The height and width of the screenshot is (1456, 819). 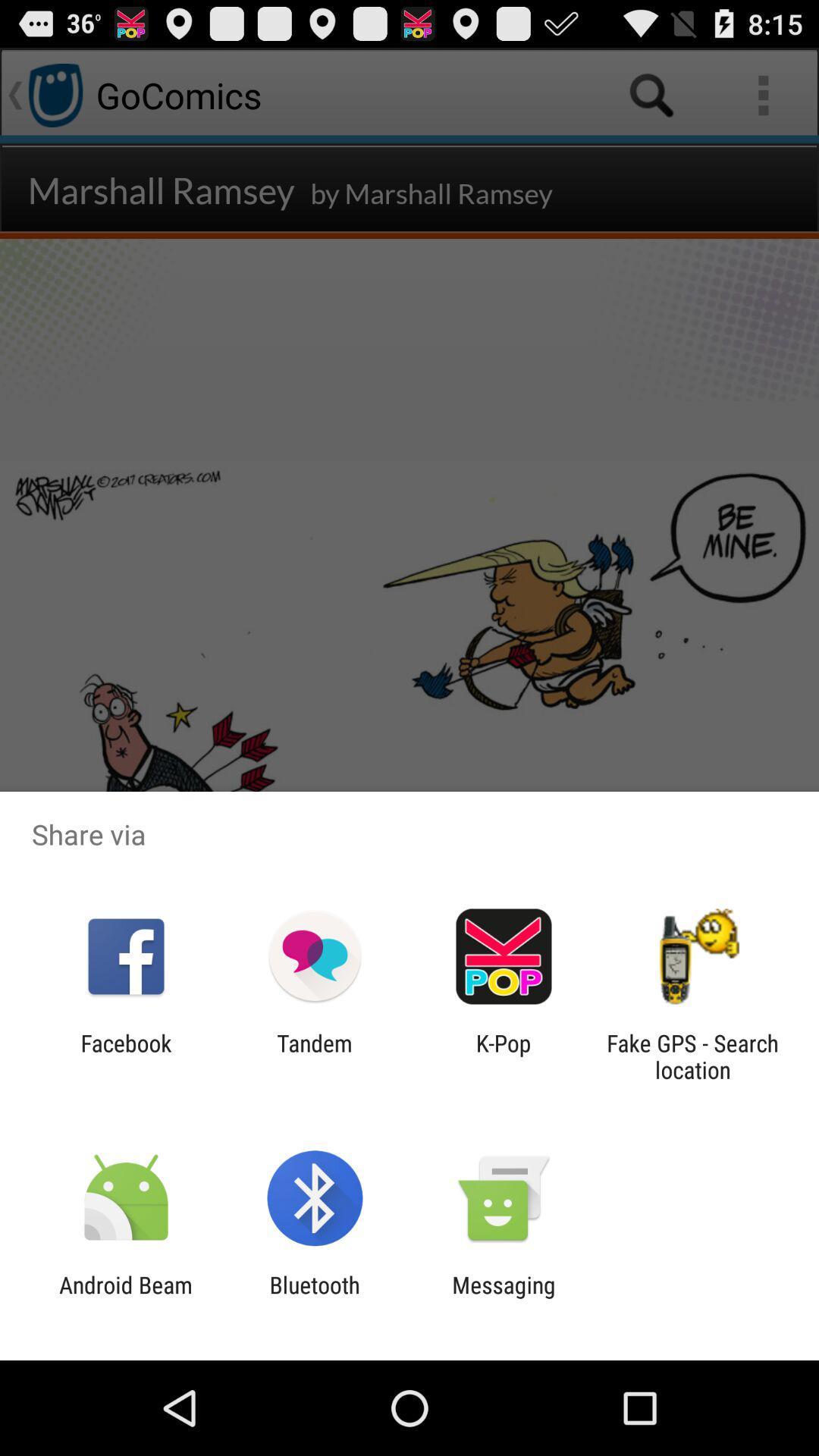 What do you see at coordinates (504, 1056) in the screenshot?
I see `k-pop icon` at bounding box center [504, 1056].